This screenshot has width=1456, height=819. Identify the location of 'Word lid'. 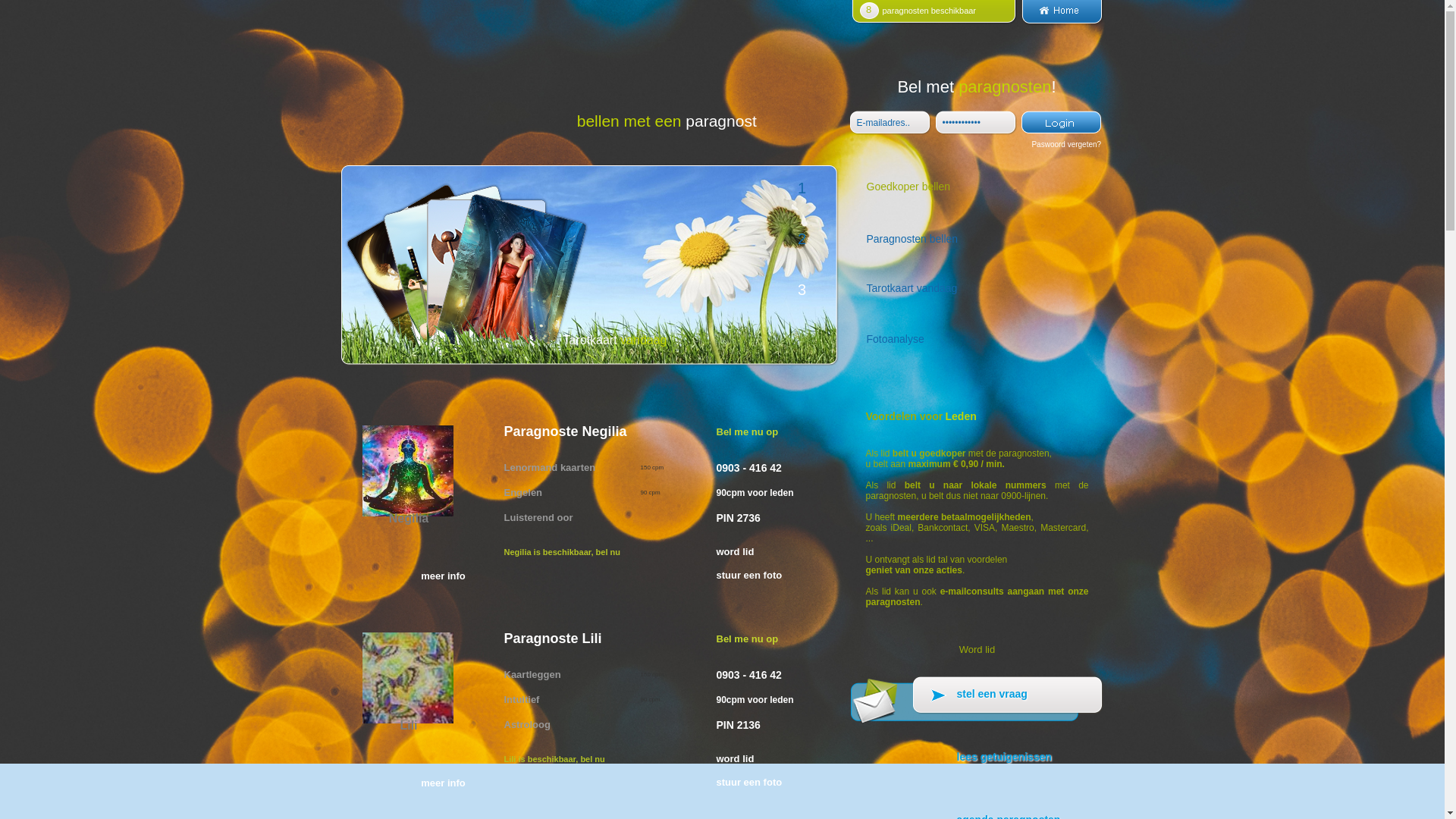
(977, 649).